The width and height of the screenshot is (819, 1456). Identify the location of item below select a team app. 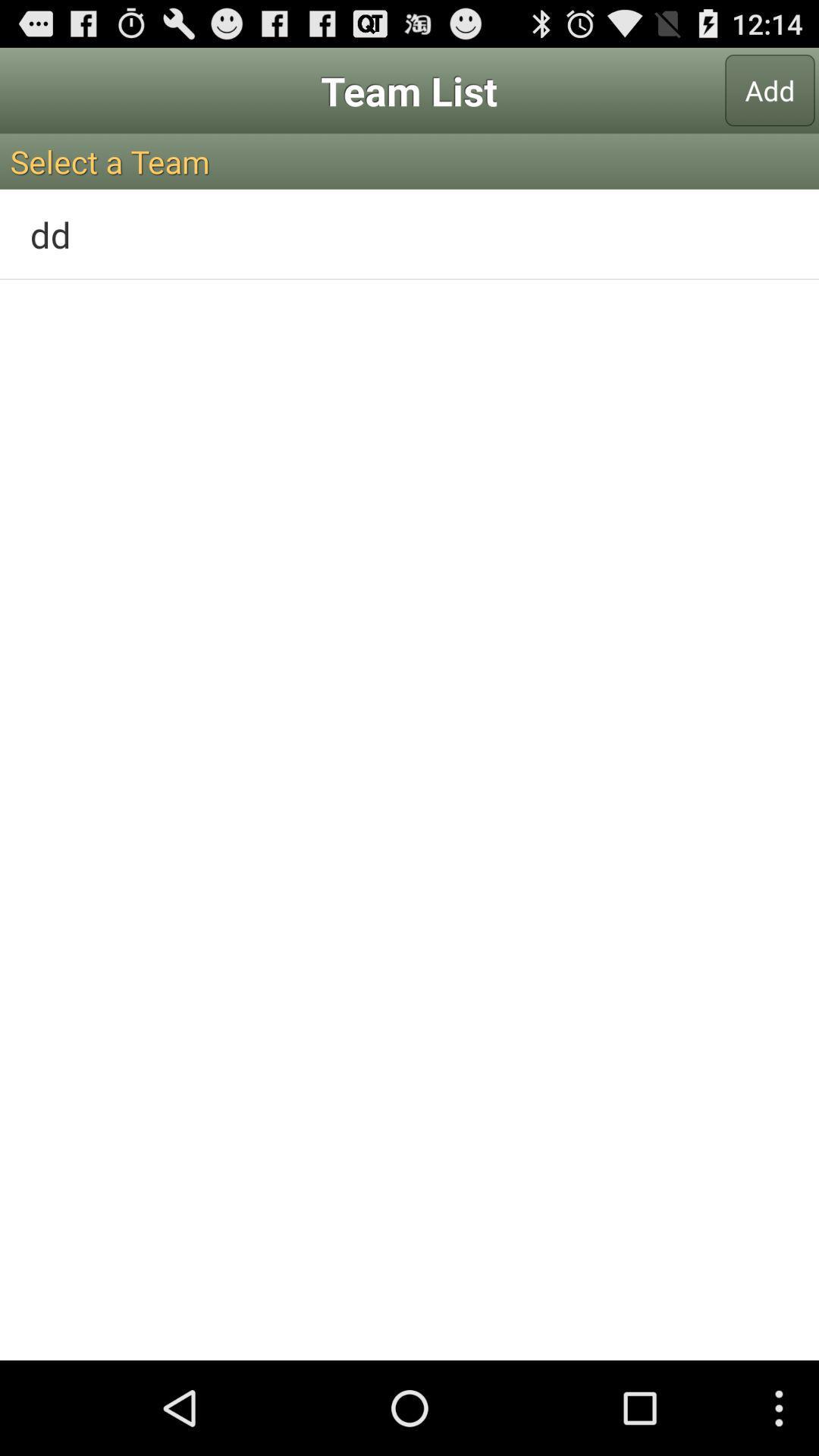
(409, 234).